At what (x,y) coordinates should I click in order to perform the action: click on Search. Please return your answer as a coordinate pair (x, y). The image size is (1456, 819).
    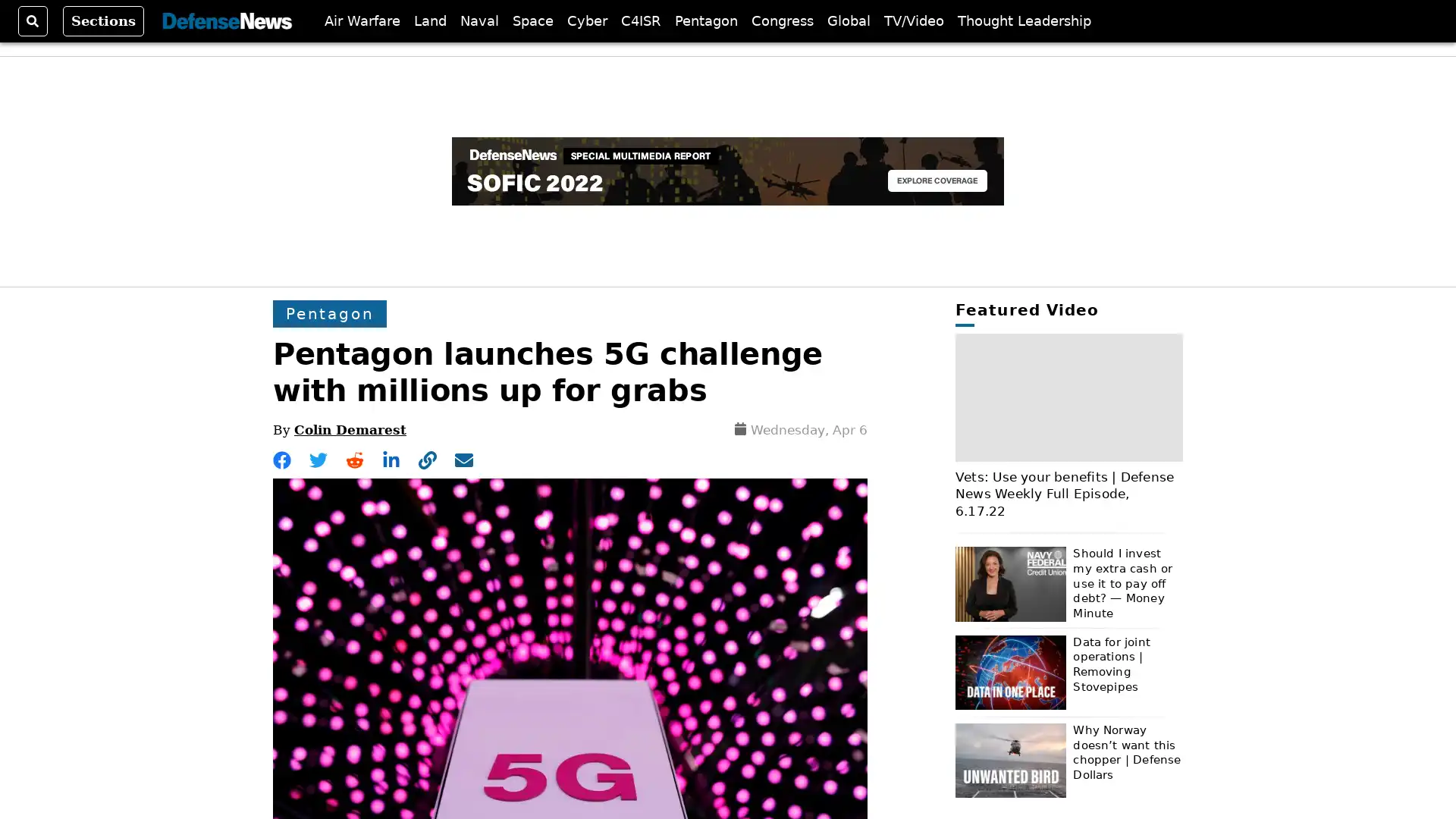
    Looking at the image, I should click on (33, 20).